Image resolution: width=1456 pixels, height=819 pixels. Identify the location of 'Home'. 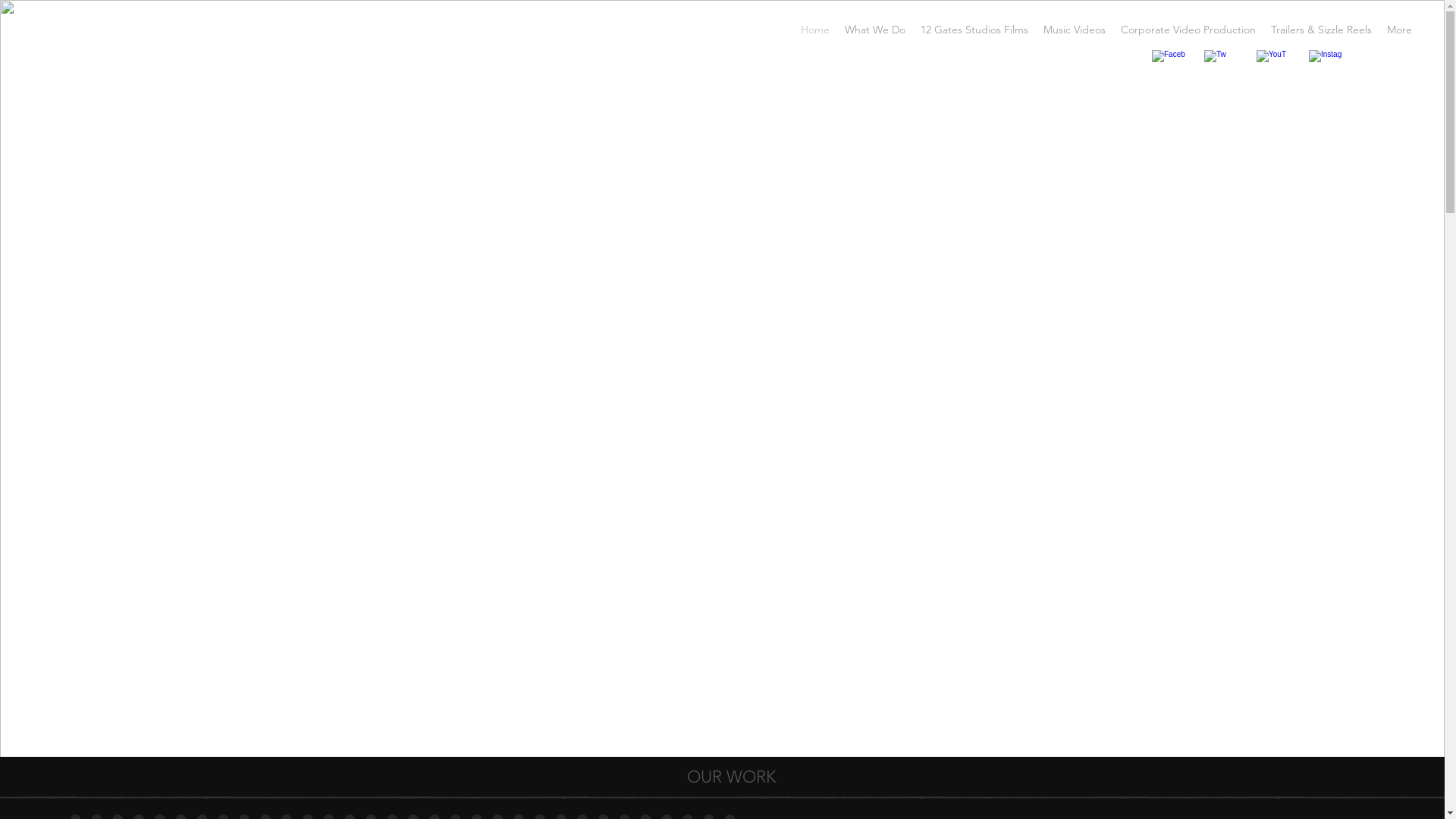
(814, 29).